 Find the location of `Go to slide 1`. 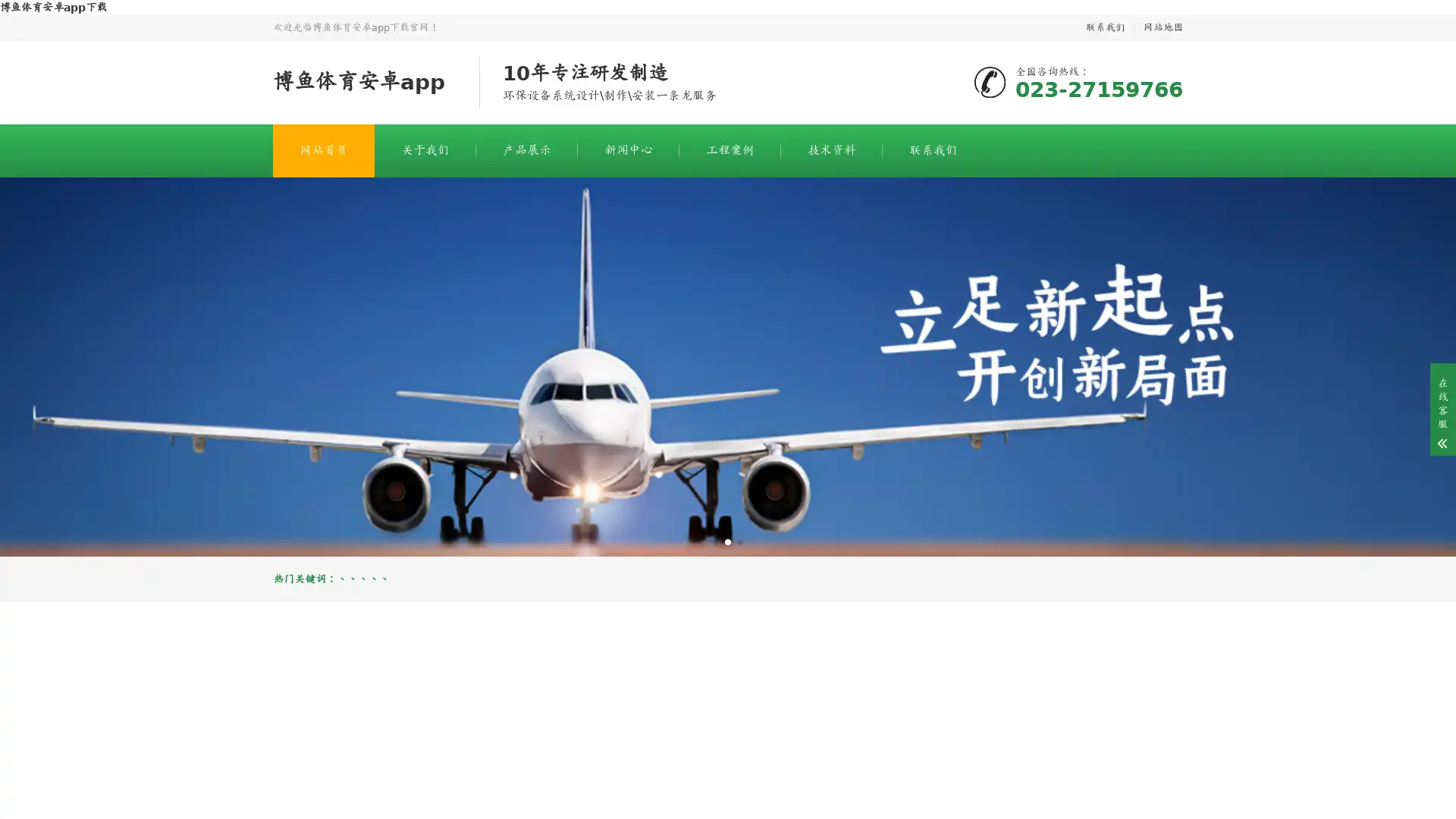

Go to slide 1 is located at coordinates (715, 541).